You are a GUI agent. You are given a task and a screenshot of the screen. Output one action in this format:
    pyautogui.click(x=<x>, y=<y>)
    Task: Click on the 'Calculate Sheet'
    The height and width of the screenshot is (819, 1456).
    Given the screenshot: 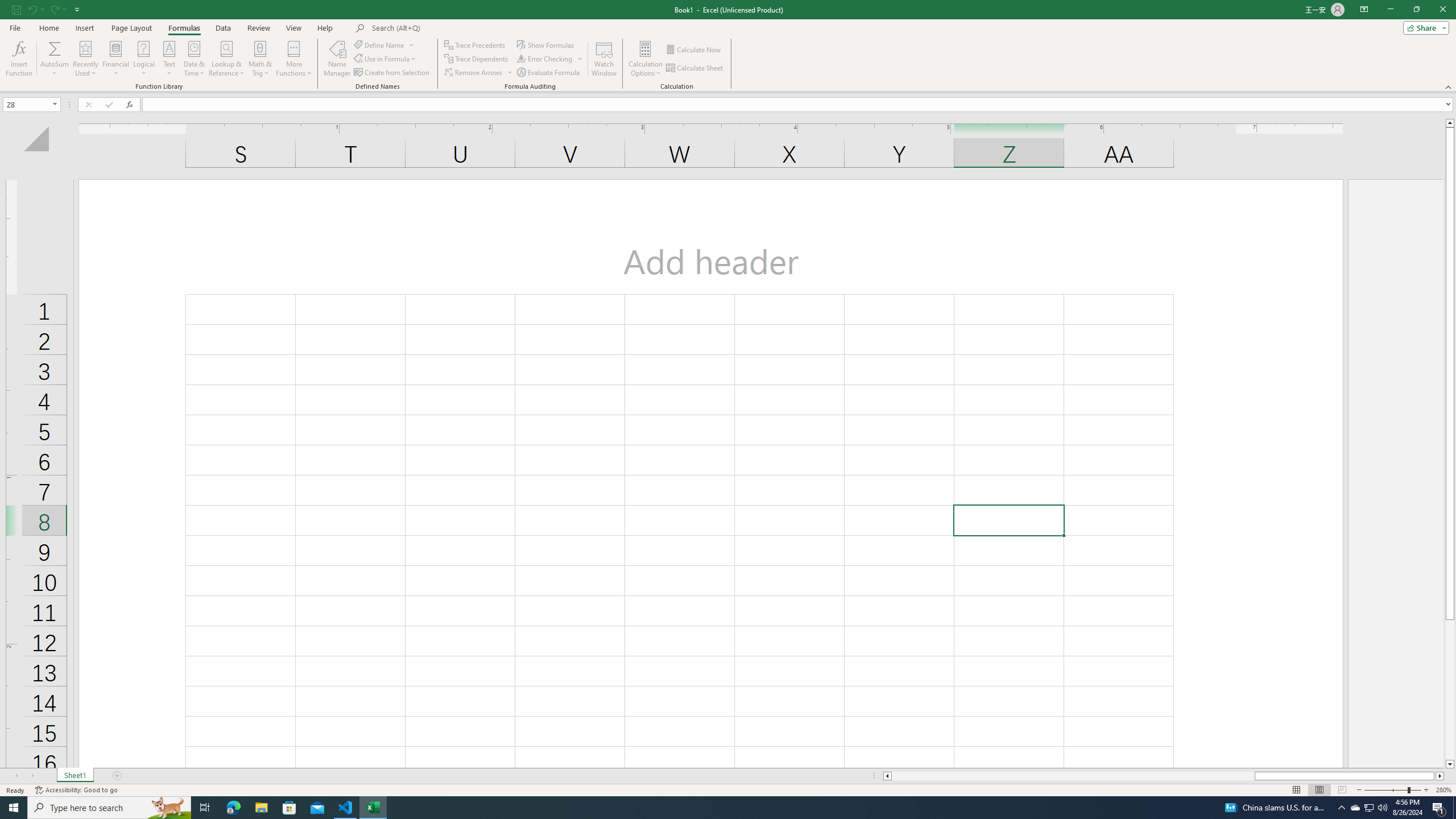 What is the action you would take?
    pyautogui.click(x=695, y=67)
    